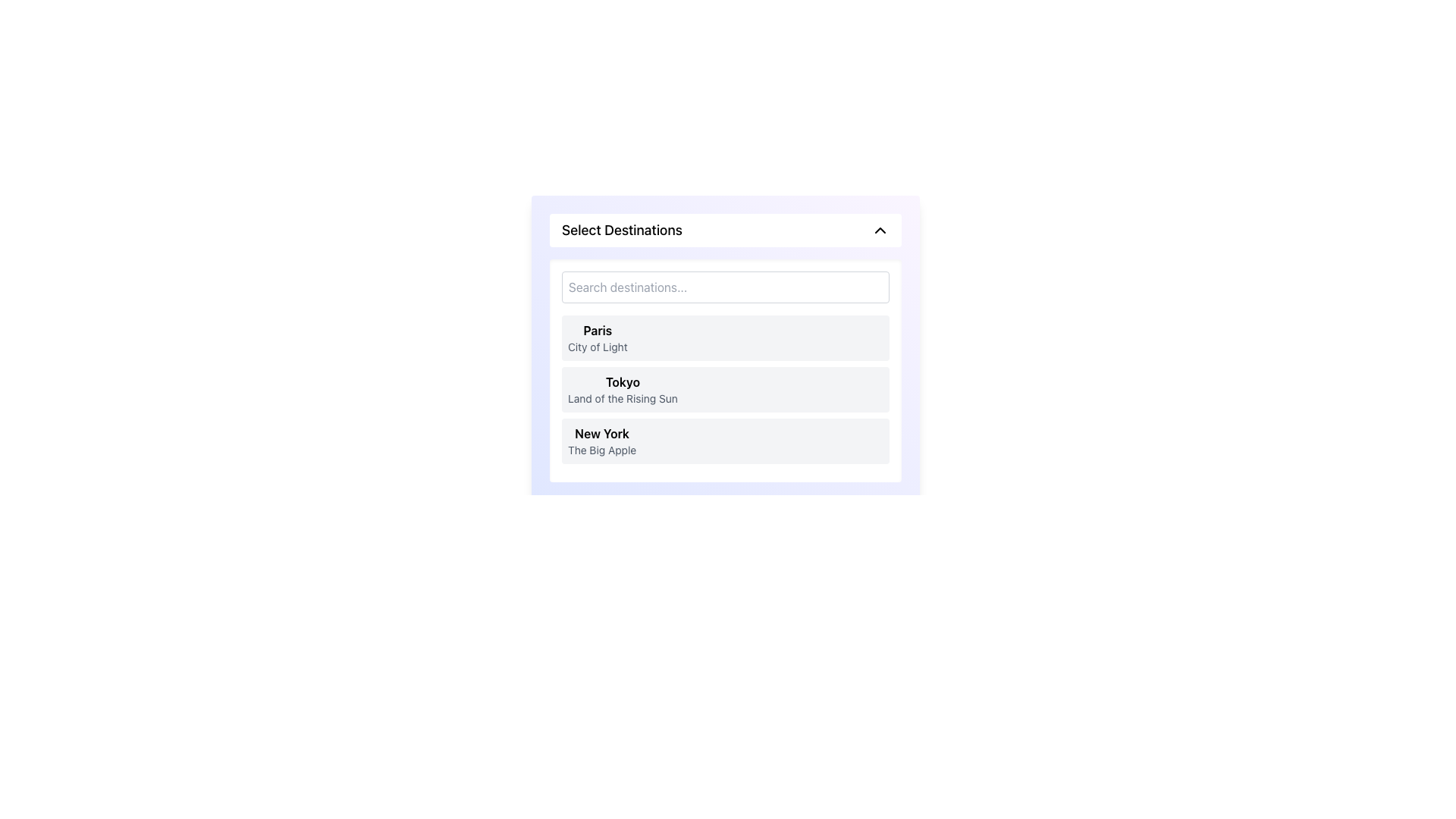 This screenshot has height=819, width=1456. What do you see at coordinates (601, 450) in the screenshot?
I see `text content 'The Big Apple' displayed in gray color, positioned under 'New York' in the dropdown list` at bounding box center [601, 450].